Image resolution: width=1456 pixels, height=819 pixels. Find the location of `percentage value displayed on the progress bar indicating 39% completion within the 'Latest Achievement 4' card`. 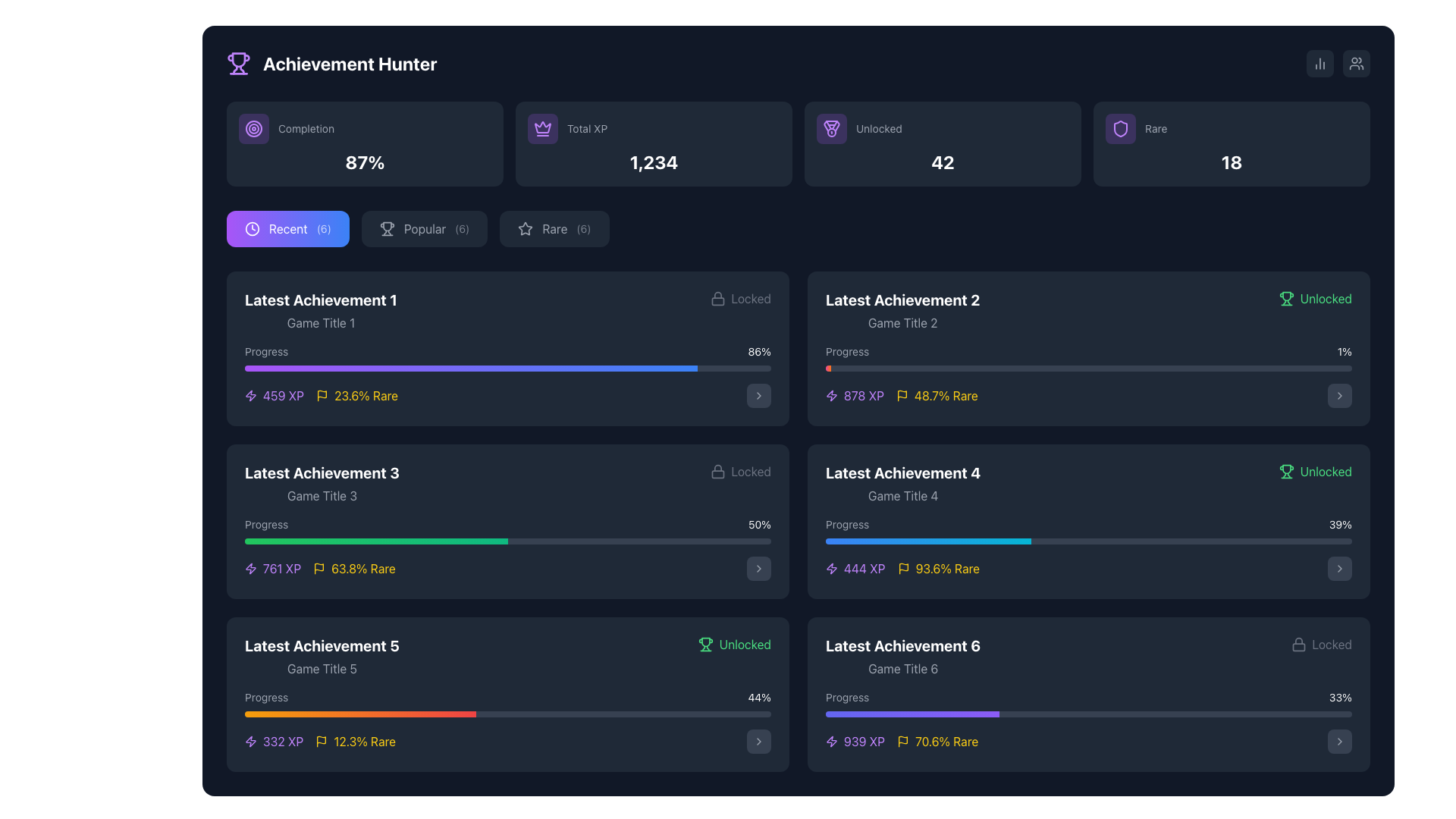

percentage value displayed on the progress bar indicating 39% completion within the 'Latest Achievement 4' card is located at coordinates (1087, 529).